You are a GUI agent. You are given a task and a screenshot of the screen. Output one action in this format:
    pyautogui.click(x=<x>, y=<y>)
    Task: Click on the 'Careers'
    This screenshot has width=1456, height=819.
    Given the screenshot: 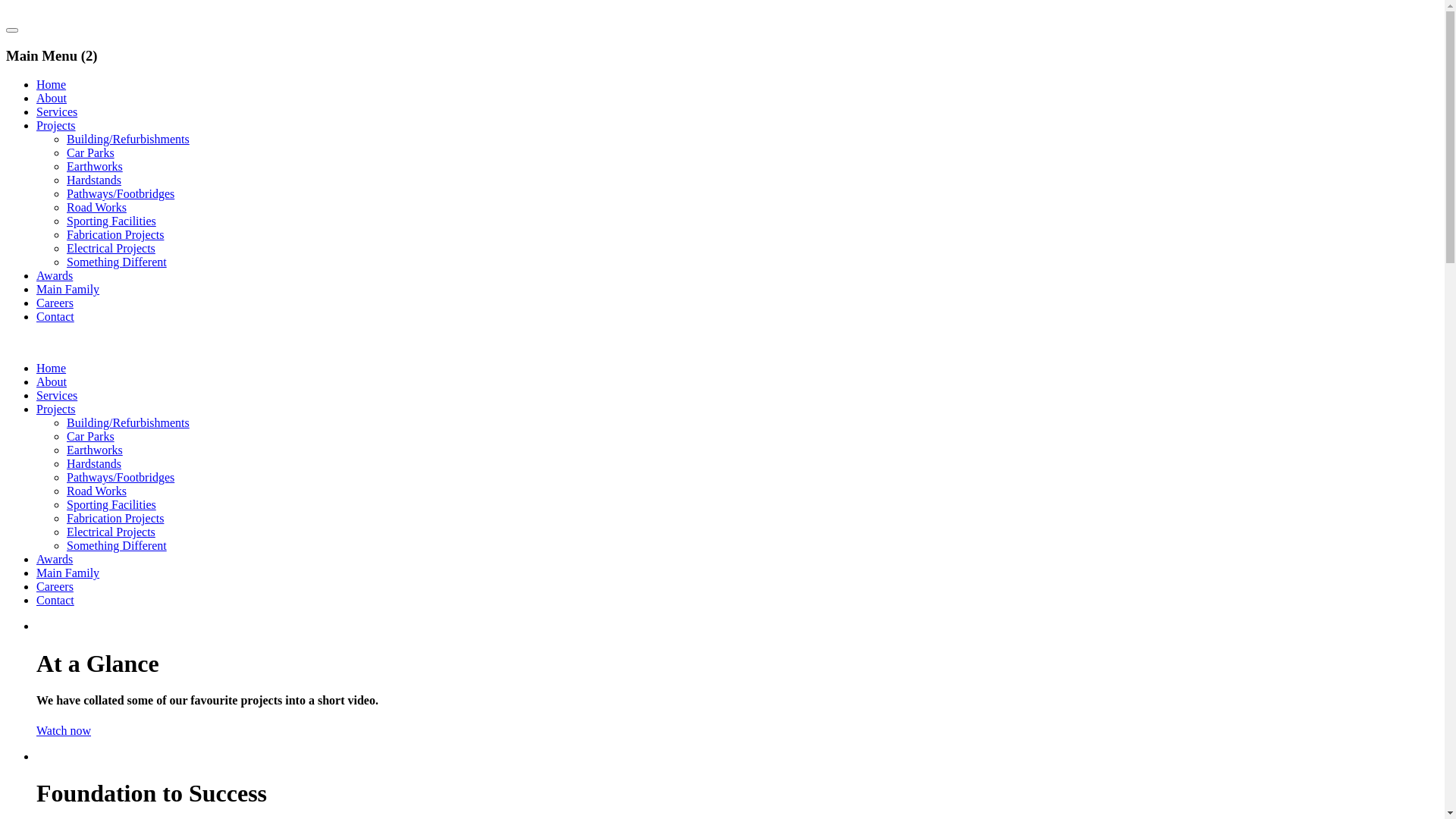 What is the action you would take?
    pyautogui.click(x=55, y=585)
    